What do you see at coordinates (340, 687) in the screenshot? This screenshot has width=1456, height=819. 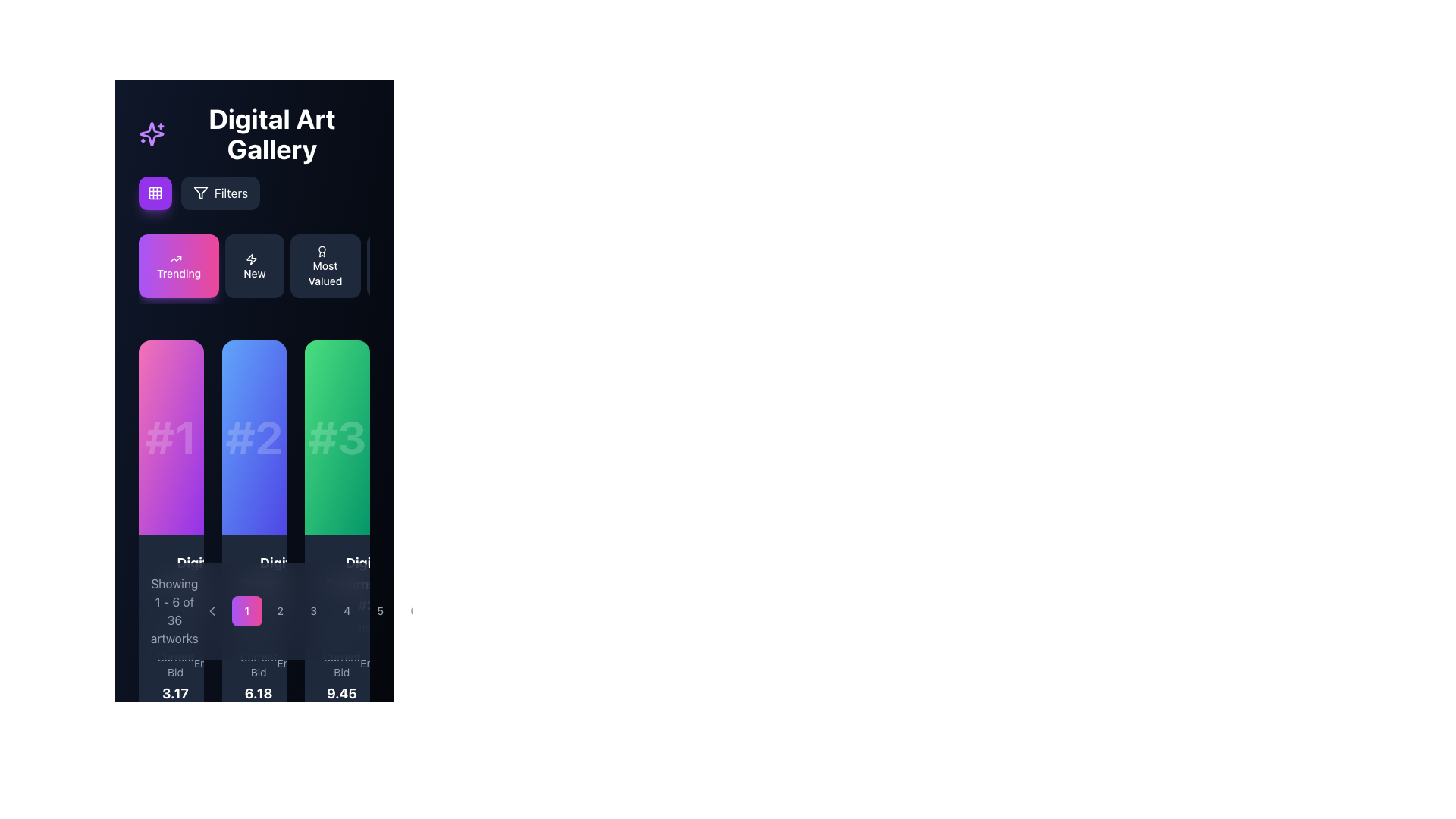 I see `the text block displaying 'Current Bid' and '9.45 ETH', which is positioned at the bottom center of the third column from the left in a dark background` at bounding box center [340, 687].